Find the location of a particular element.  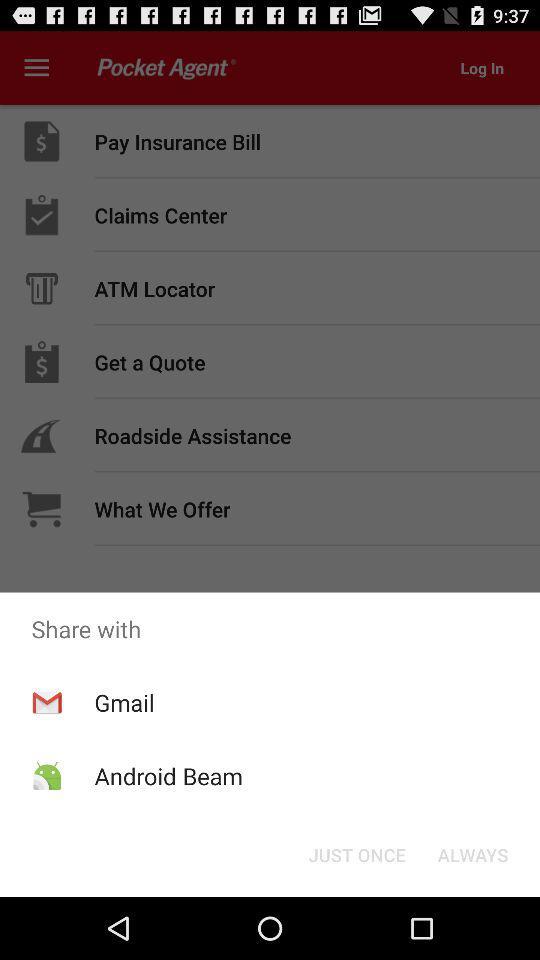

the icon to the right of the just once icon is located at coordinates (472, 853).